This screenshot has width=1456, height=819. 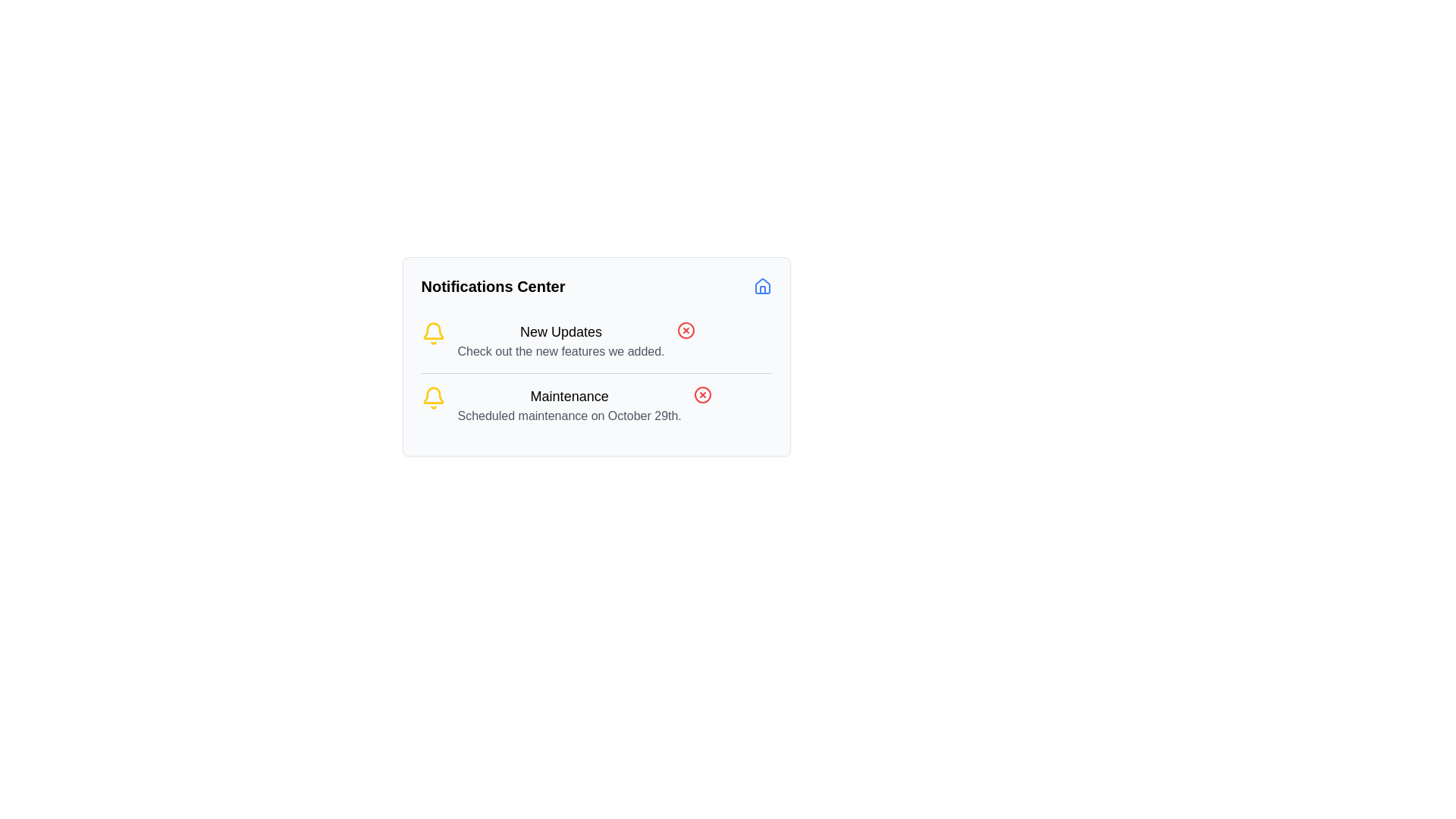 I want to click on the navigation button located at the far-right side of the 'Notifications Center' section header, so click(x=762, y=287).